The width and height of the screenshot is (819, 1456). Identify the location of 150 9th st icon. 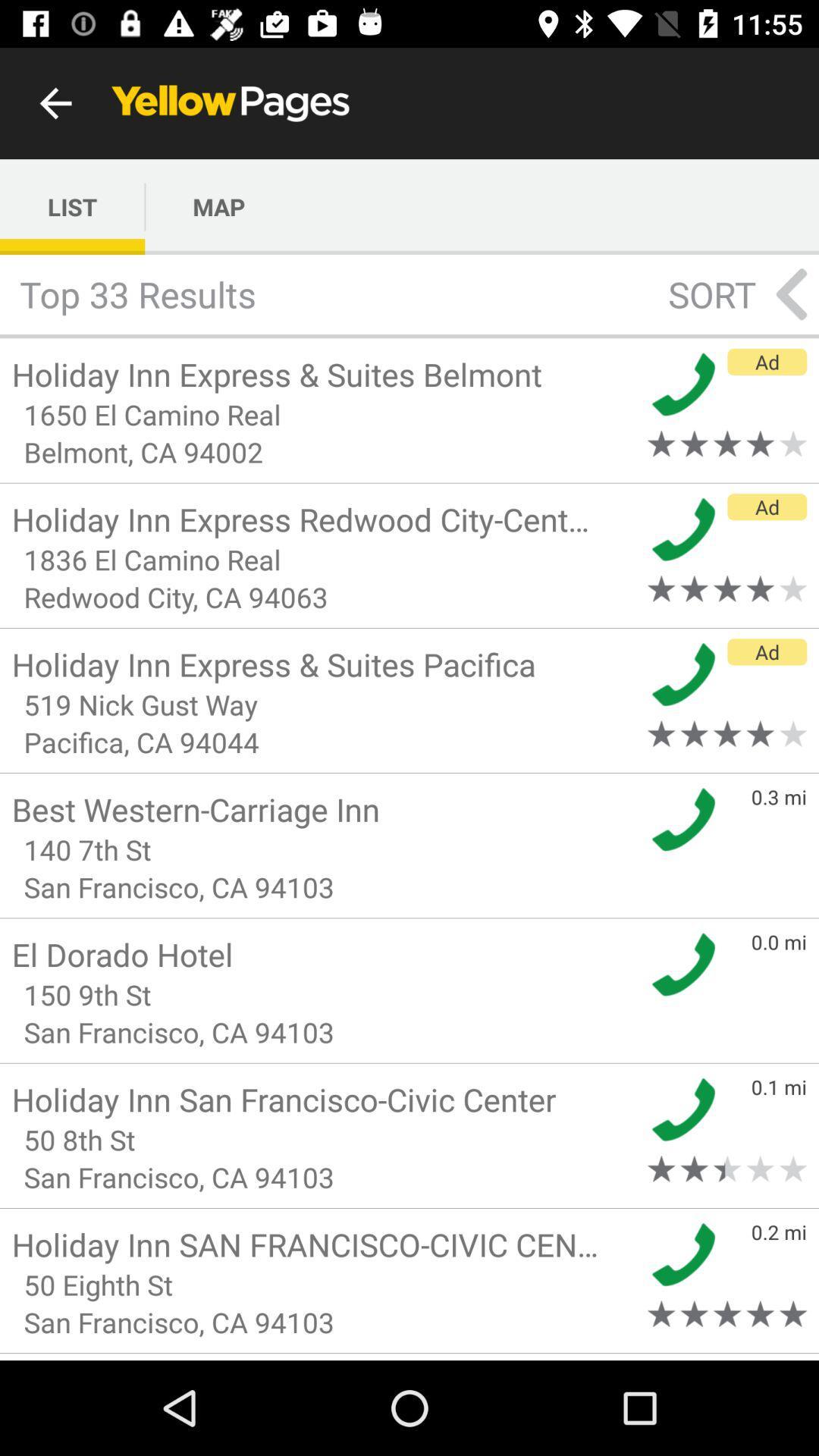
(324, 994).